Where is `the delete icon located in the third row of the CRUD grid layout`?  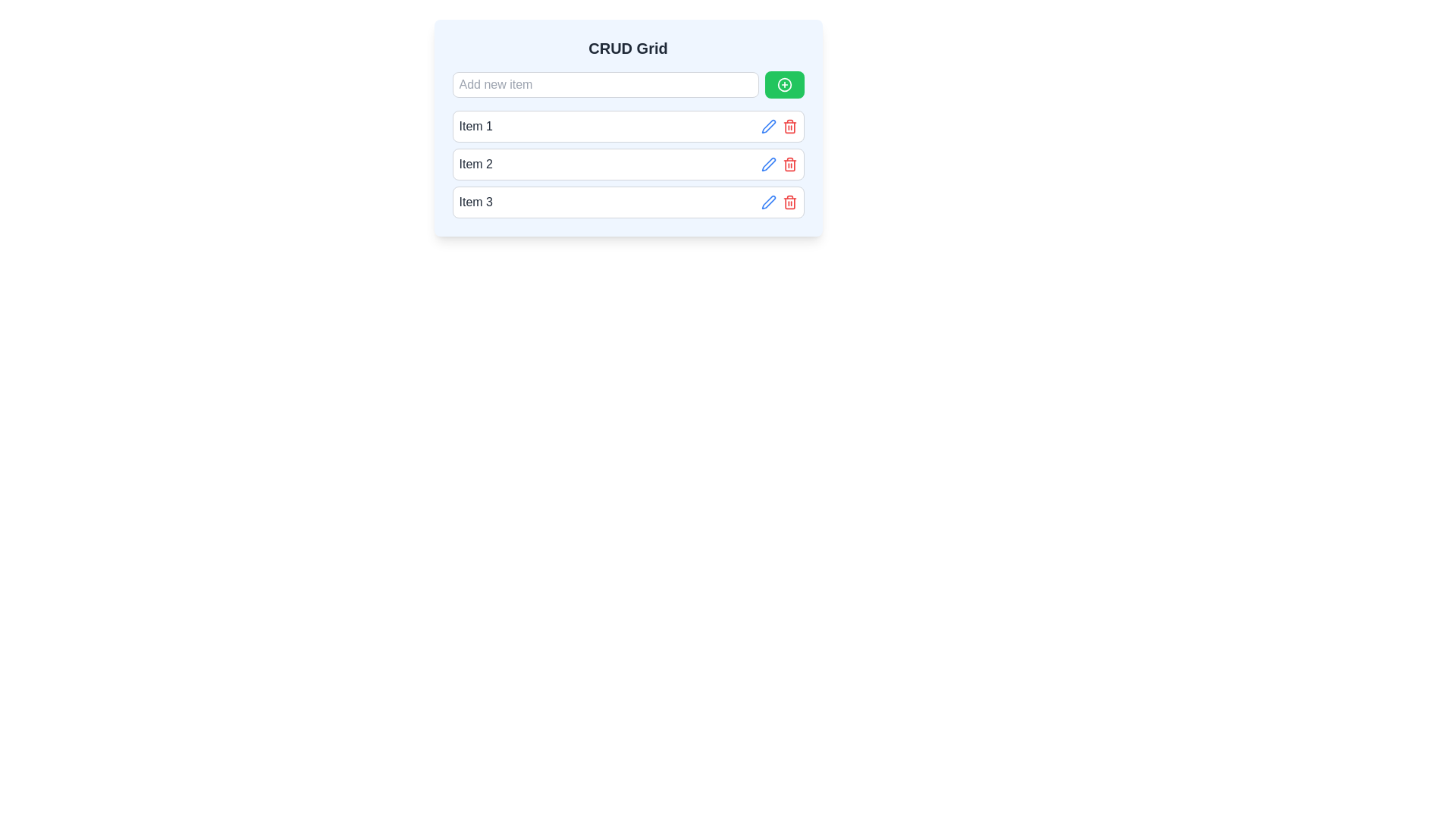
the delete icon located in the third row of the CRUD grid layout is located at coordinates (789, 125).